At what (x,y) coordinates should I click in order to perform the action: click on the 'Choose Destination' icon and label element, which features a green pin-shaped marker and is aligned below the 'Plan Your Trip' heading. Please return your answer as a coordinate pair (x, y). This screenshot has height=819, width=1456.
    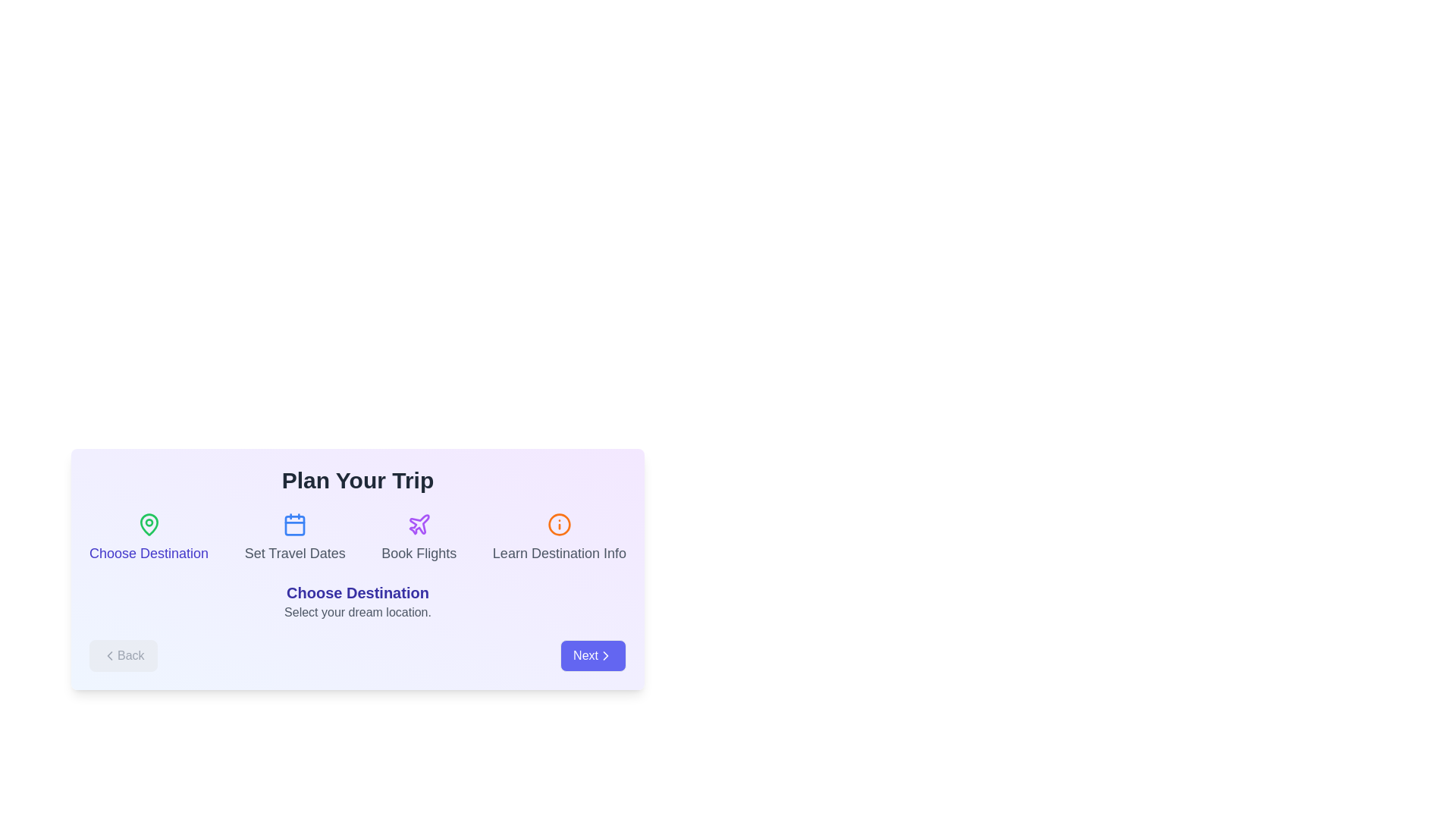
    Looking at the image, I should click on (149, 537).